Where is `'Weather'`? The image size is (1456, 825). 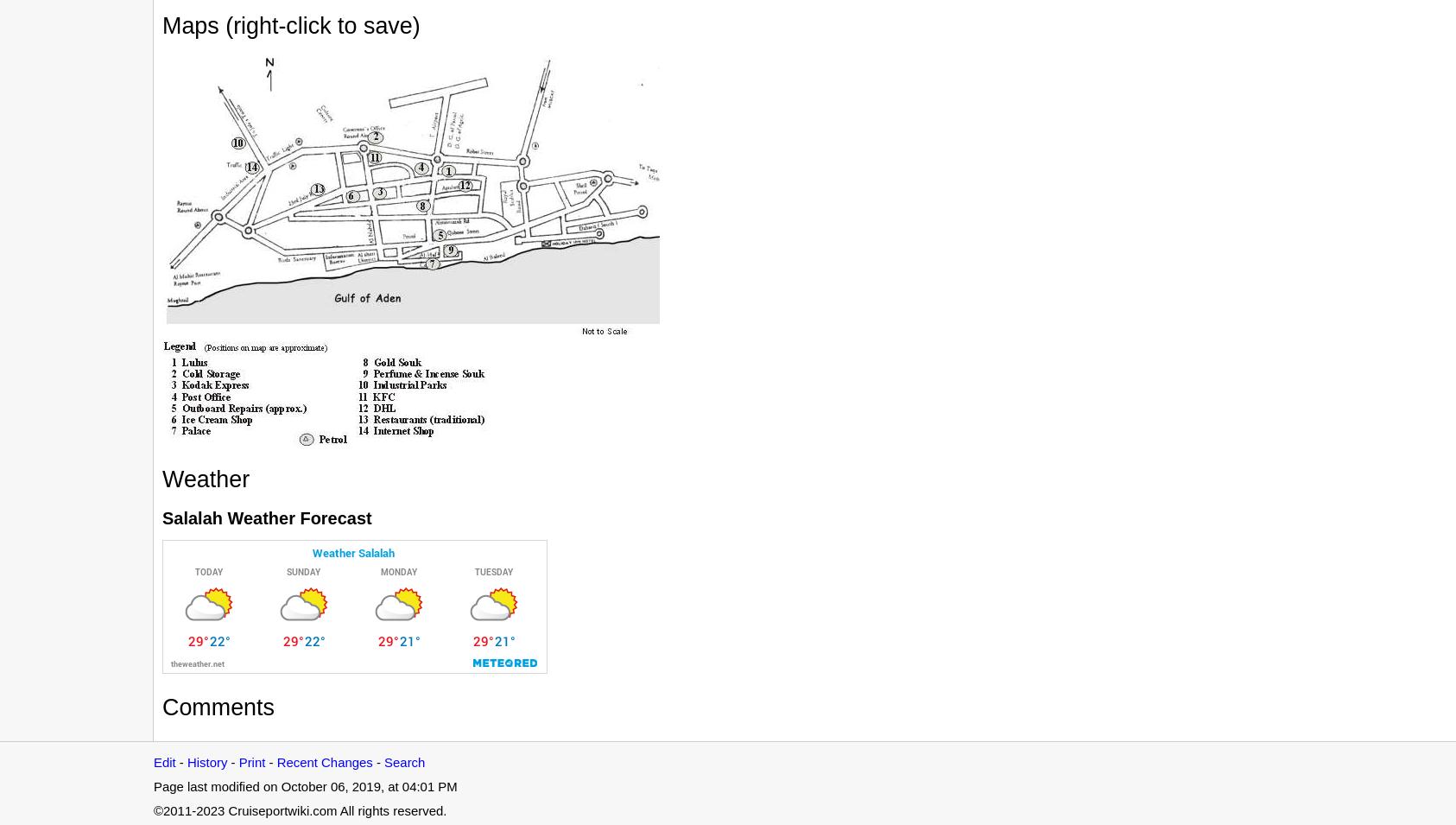 'Weather' is located at coordinates (206, 479).